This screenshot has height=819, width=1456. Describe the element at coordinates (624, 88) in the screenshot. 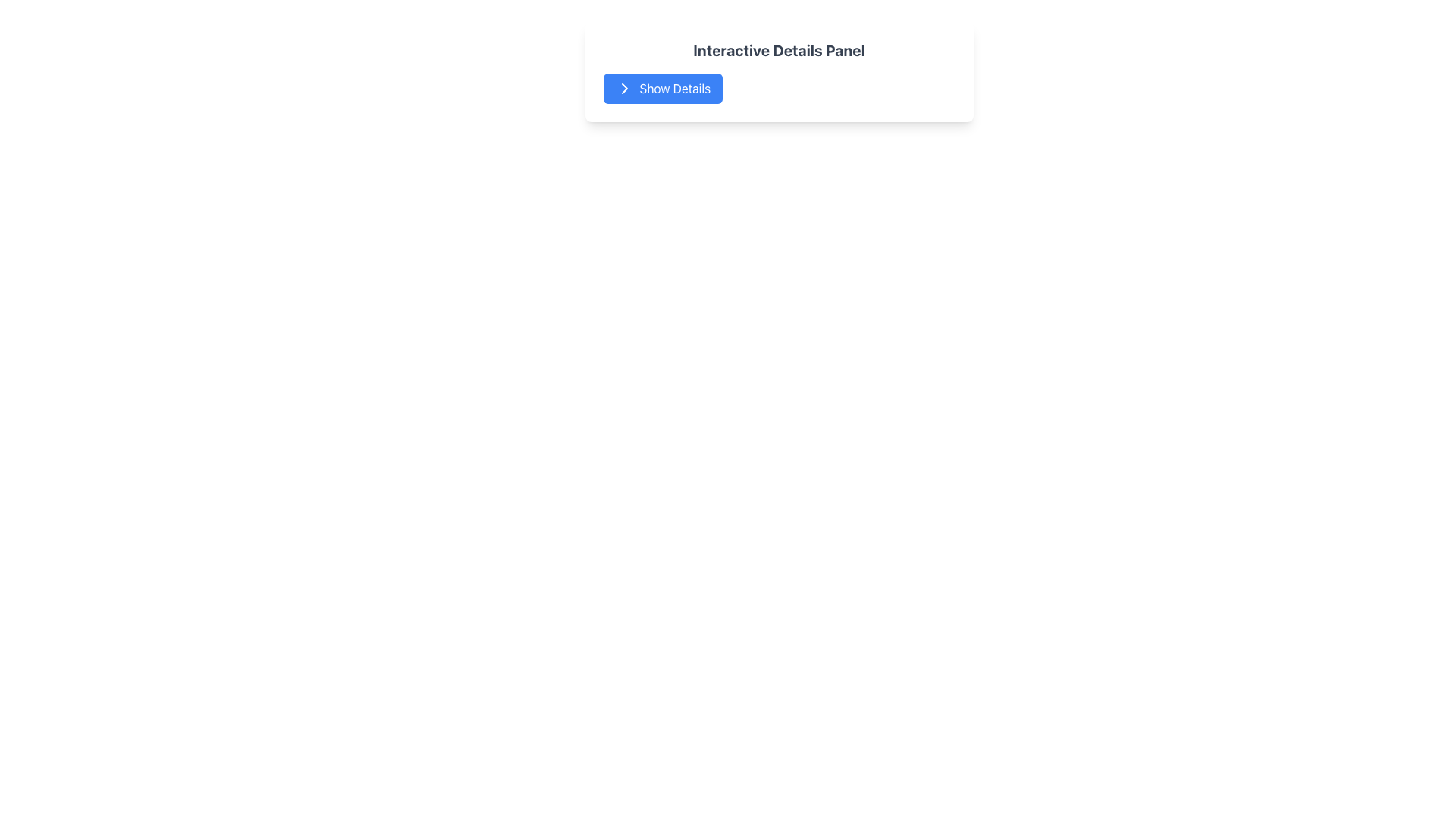

I see `the white chevron arrow icon located to the left of the 'Show Details' text within the blue button` at that location.